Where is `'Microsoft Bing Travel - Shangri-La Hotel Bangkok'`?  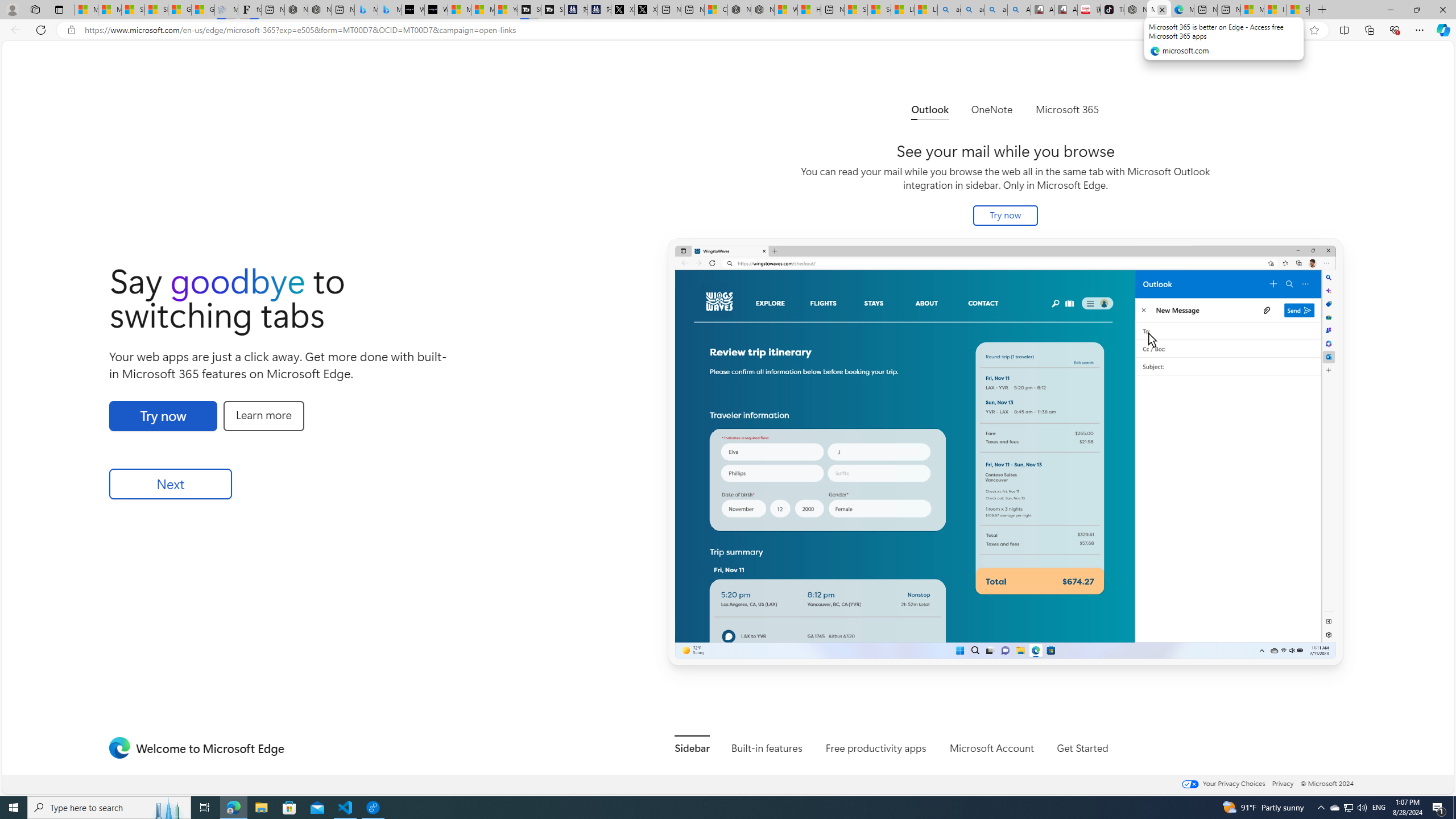
'Microsoft Bing Travel - Shangri-La Hotel Bangkok' is located at coordinates (389, 9).